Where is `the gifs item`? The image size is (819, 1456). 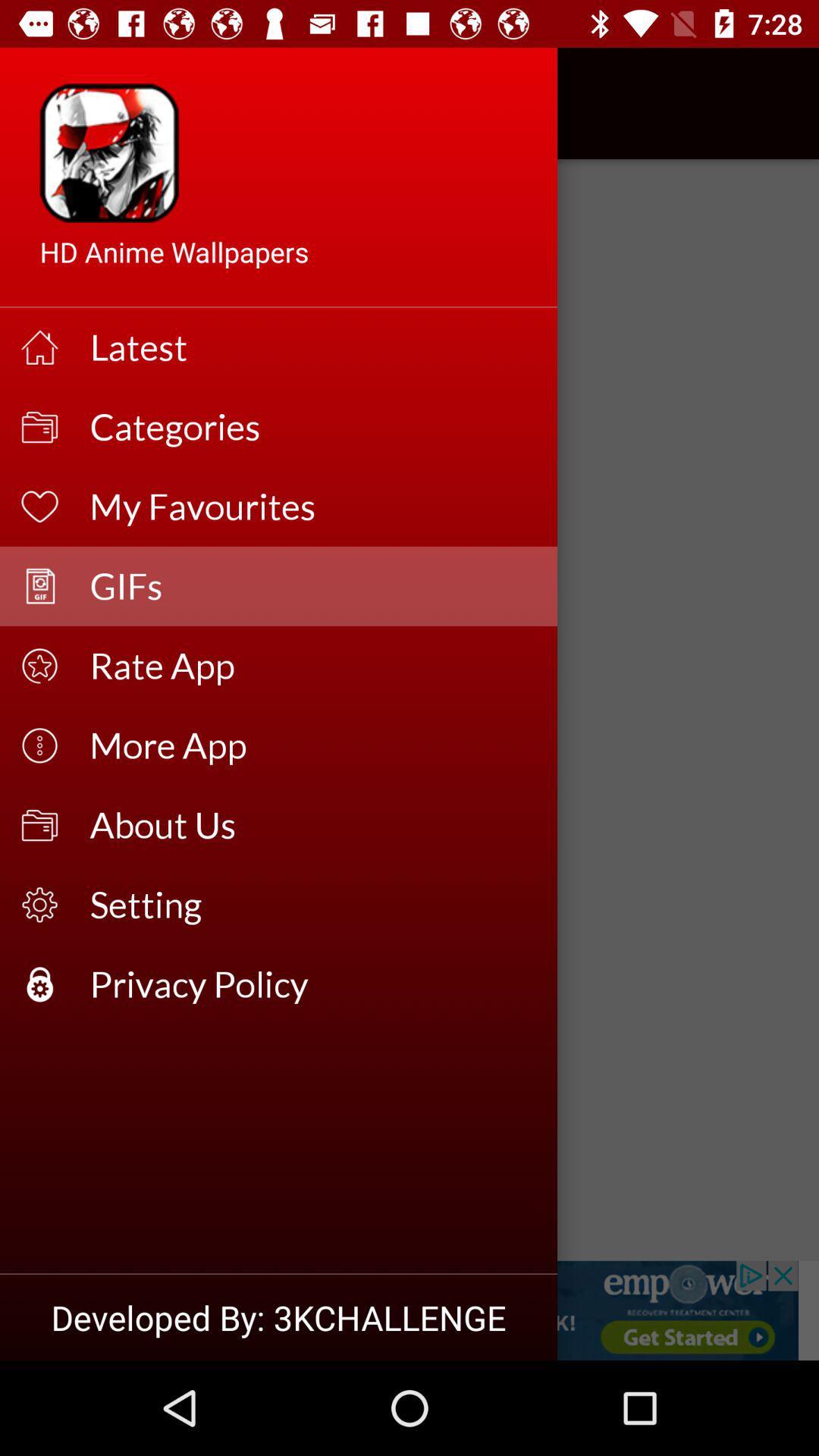 the gifs item is located at coordinates (312, 585).